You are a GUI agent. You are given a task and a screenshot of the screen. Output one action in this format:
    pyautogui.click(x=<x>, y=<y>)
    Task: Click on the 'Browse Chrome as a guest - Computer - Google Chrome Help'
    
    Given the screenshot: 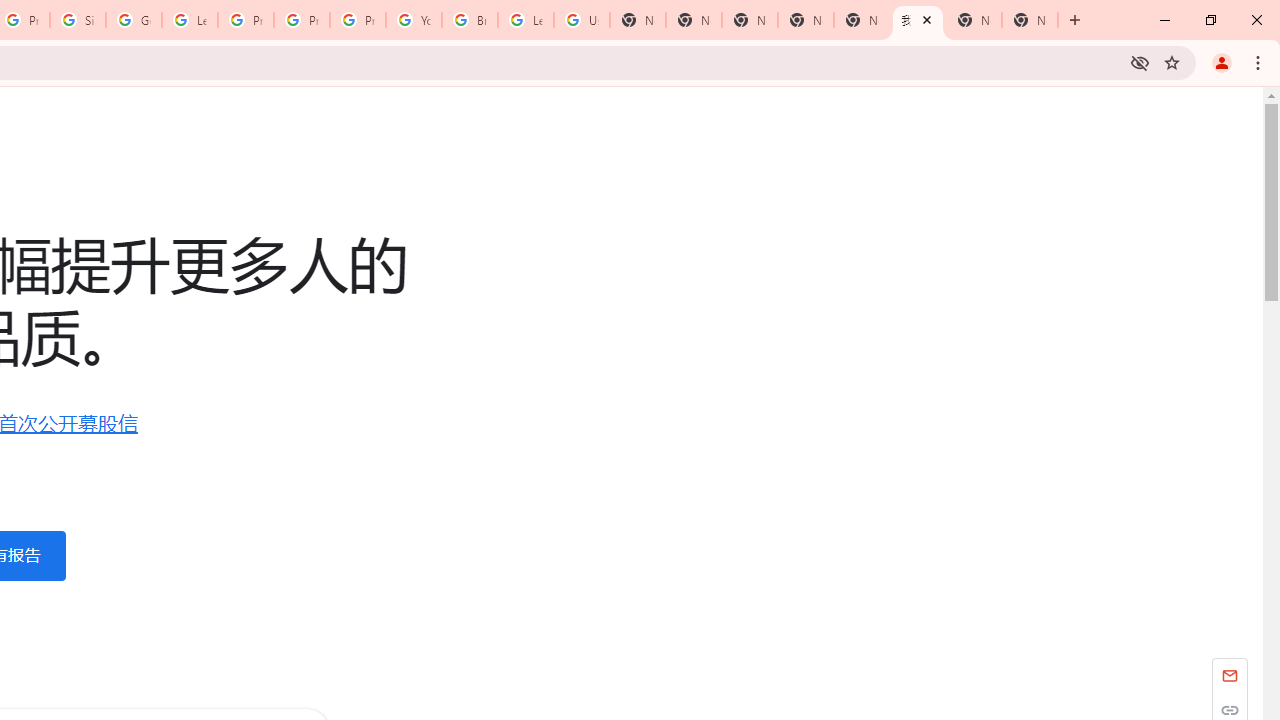 What is the action you would take?
    pyautogui.click(x=468, y=20)
    